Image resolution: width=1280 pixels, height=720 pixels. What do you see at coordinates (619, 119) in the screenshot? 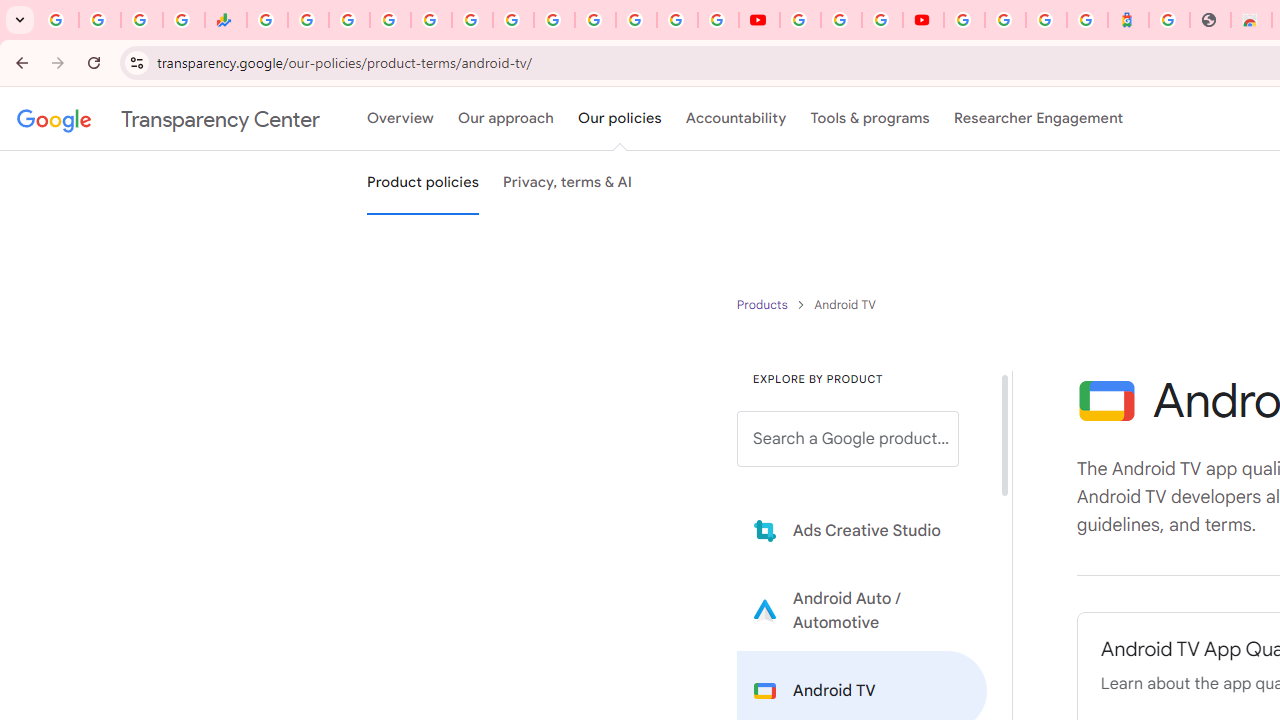
I see `'Our policies'` at bounding box center [619, 119].